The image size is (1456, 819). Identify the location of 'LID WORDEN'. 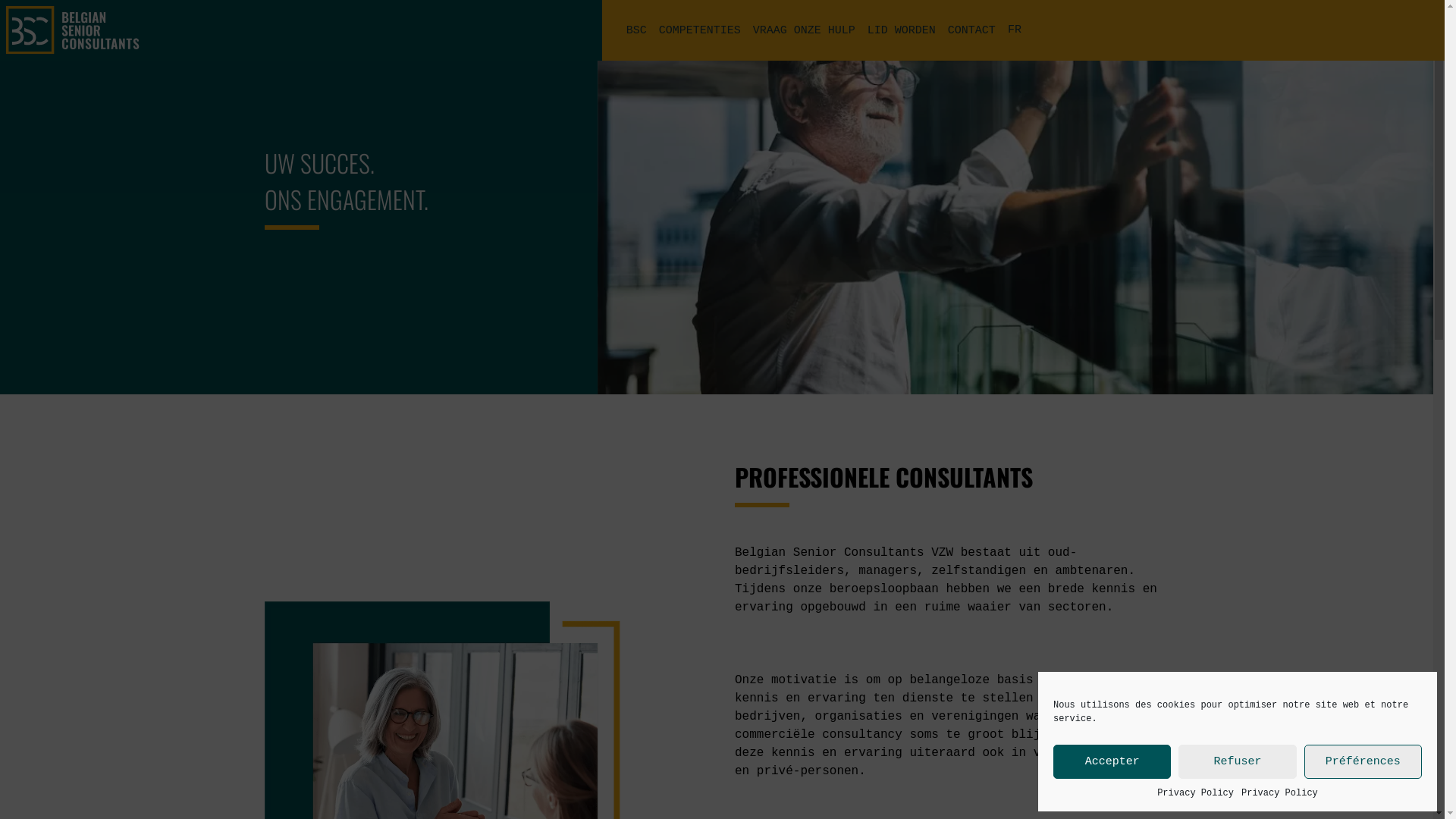
(902, 30).